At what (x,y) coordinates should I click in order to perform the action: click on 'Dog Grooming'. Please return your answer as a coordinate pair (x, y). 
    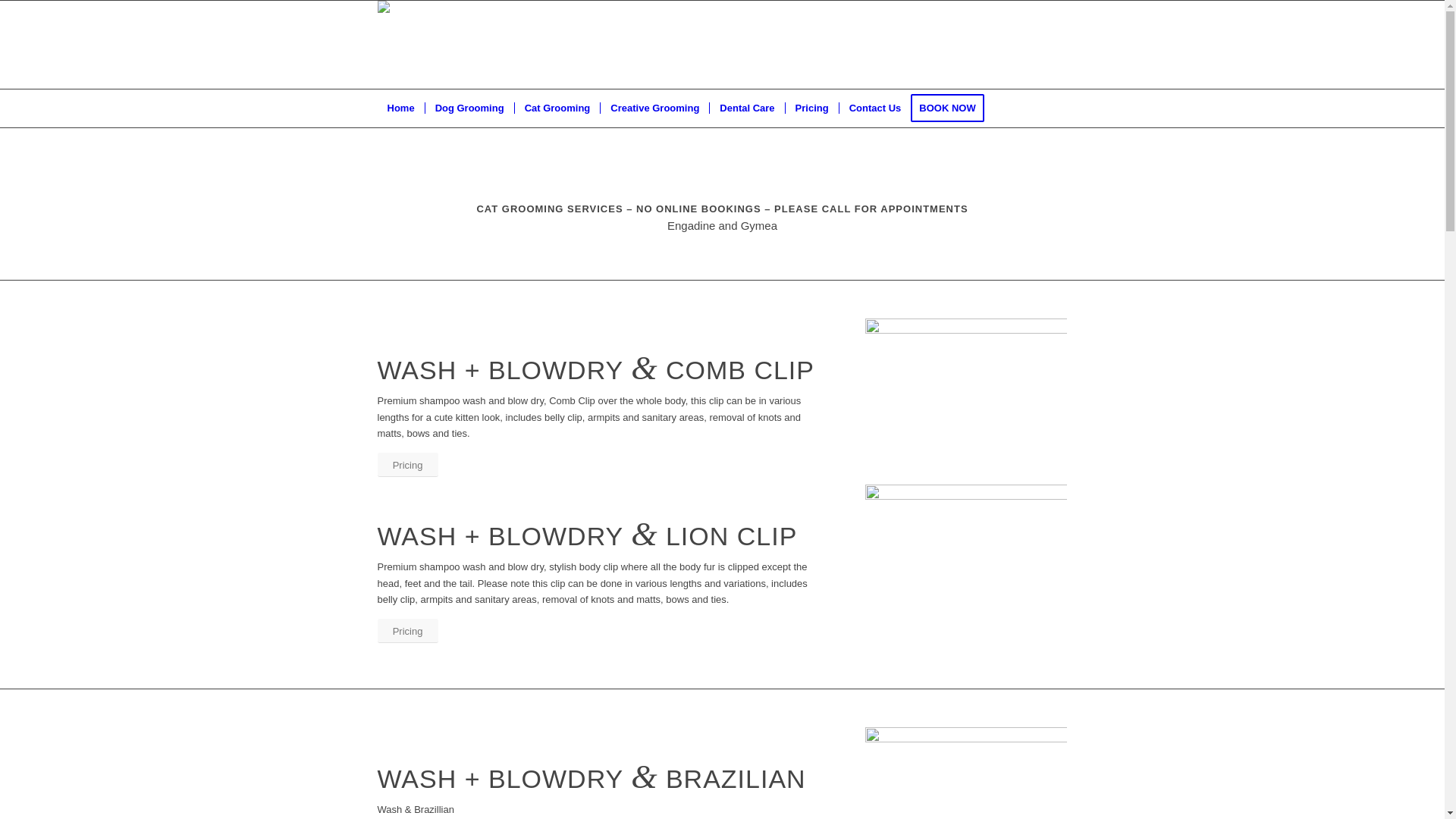
    Looking at the image, I should click on (469, 107).